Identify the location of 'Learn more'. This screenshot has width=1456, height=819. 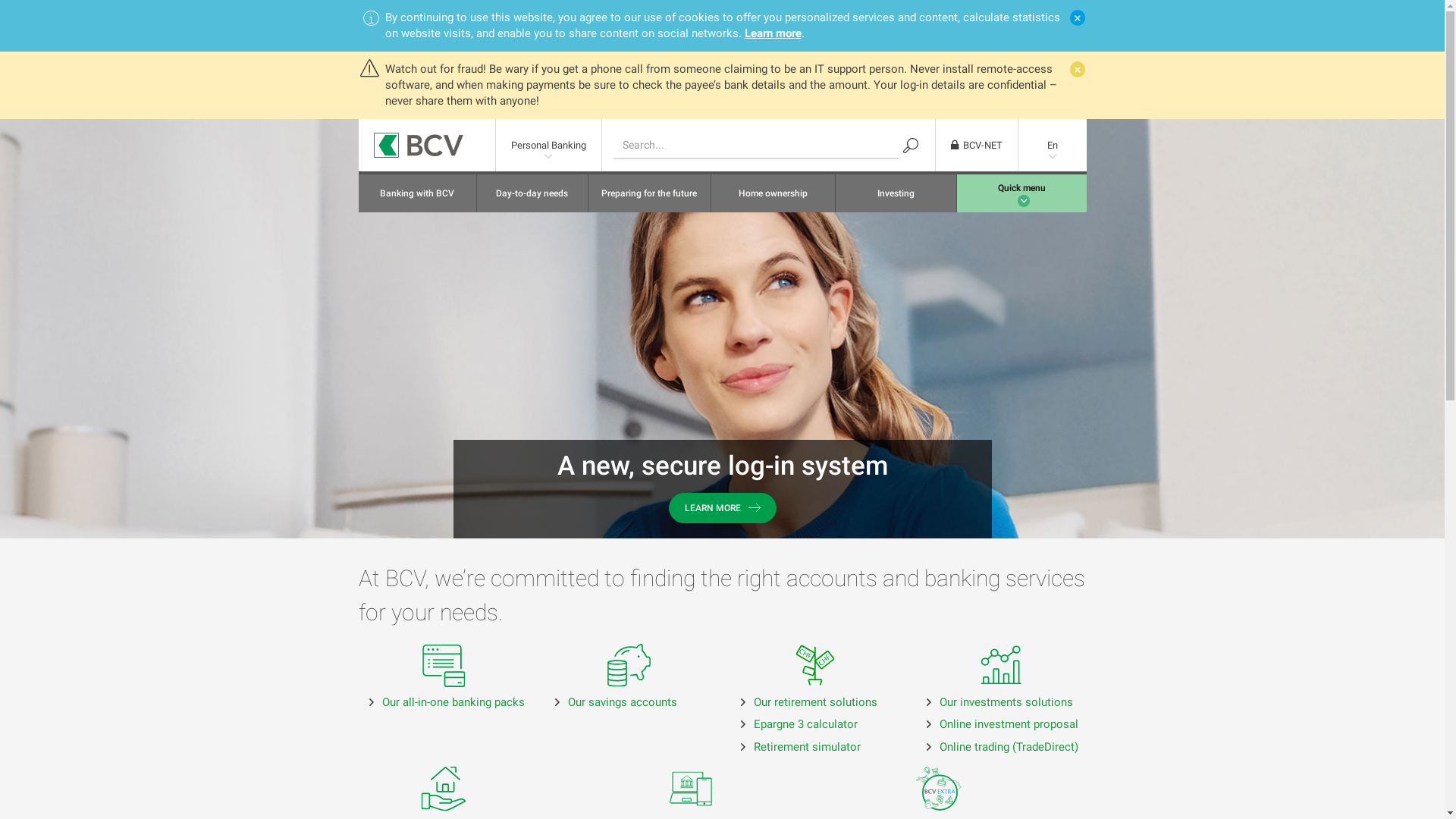
(773, 33).